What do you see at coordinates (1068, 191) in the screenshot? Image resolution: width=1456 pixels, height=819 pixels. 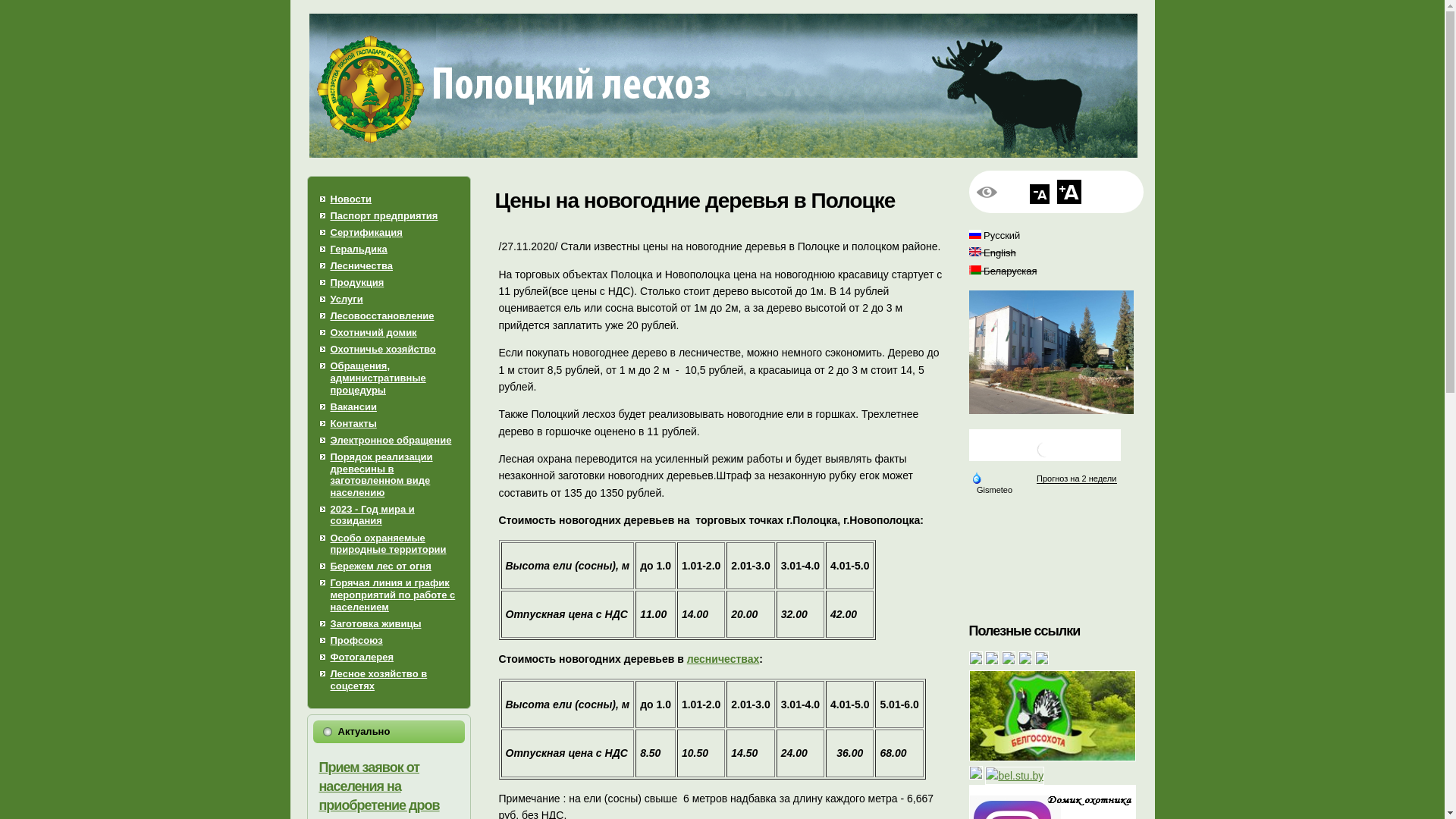 I see `'A'` at bounding box center [1068, 191].